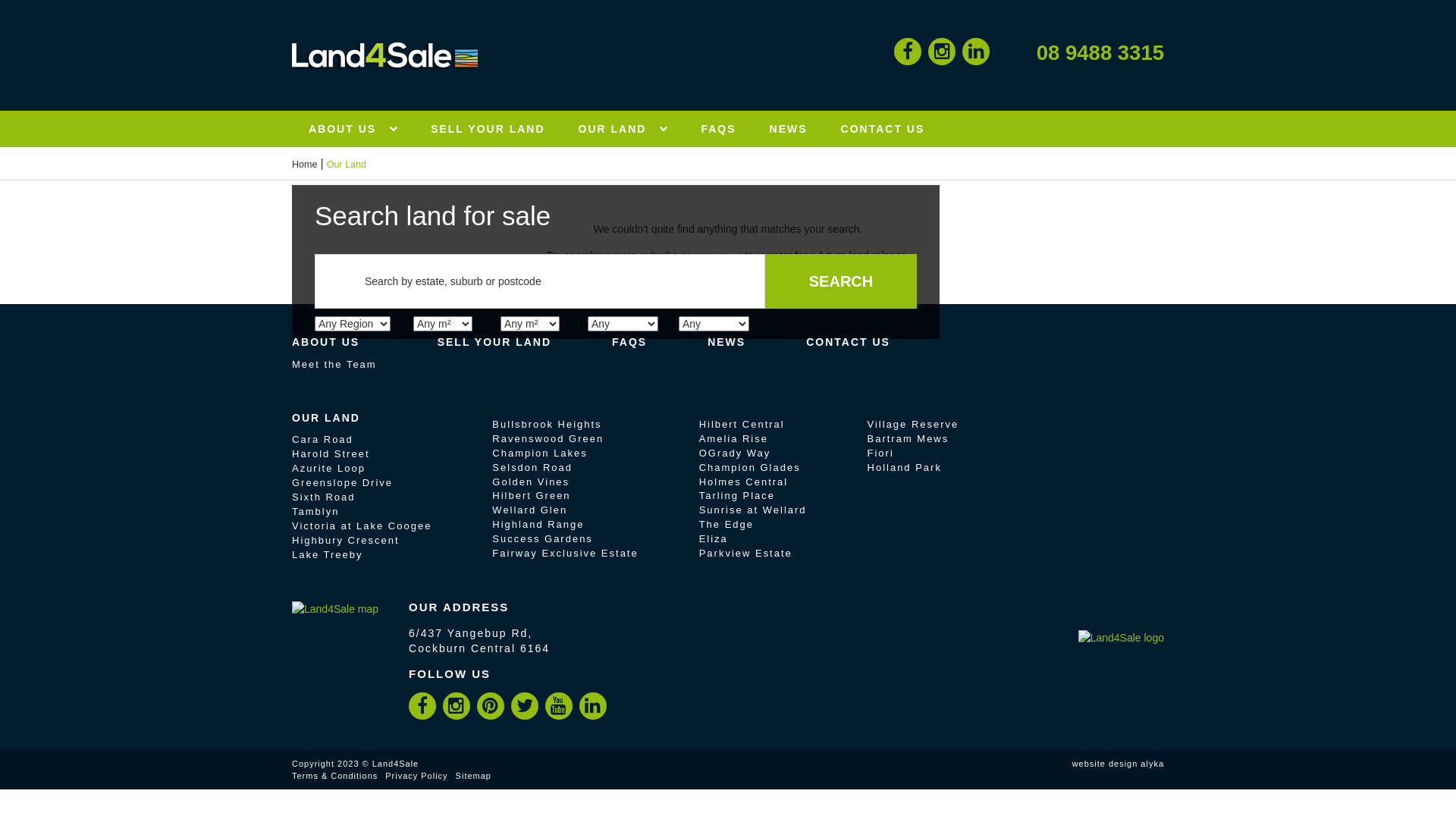  What do you see at coordinates (547, 438) in the screenshot?
I see `'Ravenswood Green'` at bounding box center [547, 438].